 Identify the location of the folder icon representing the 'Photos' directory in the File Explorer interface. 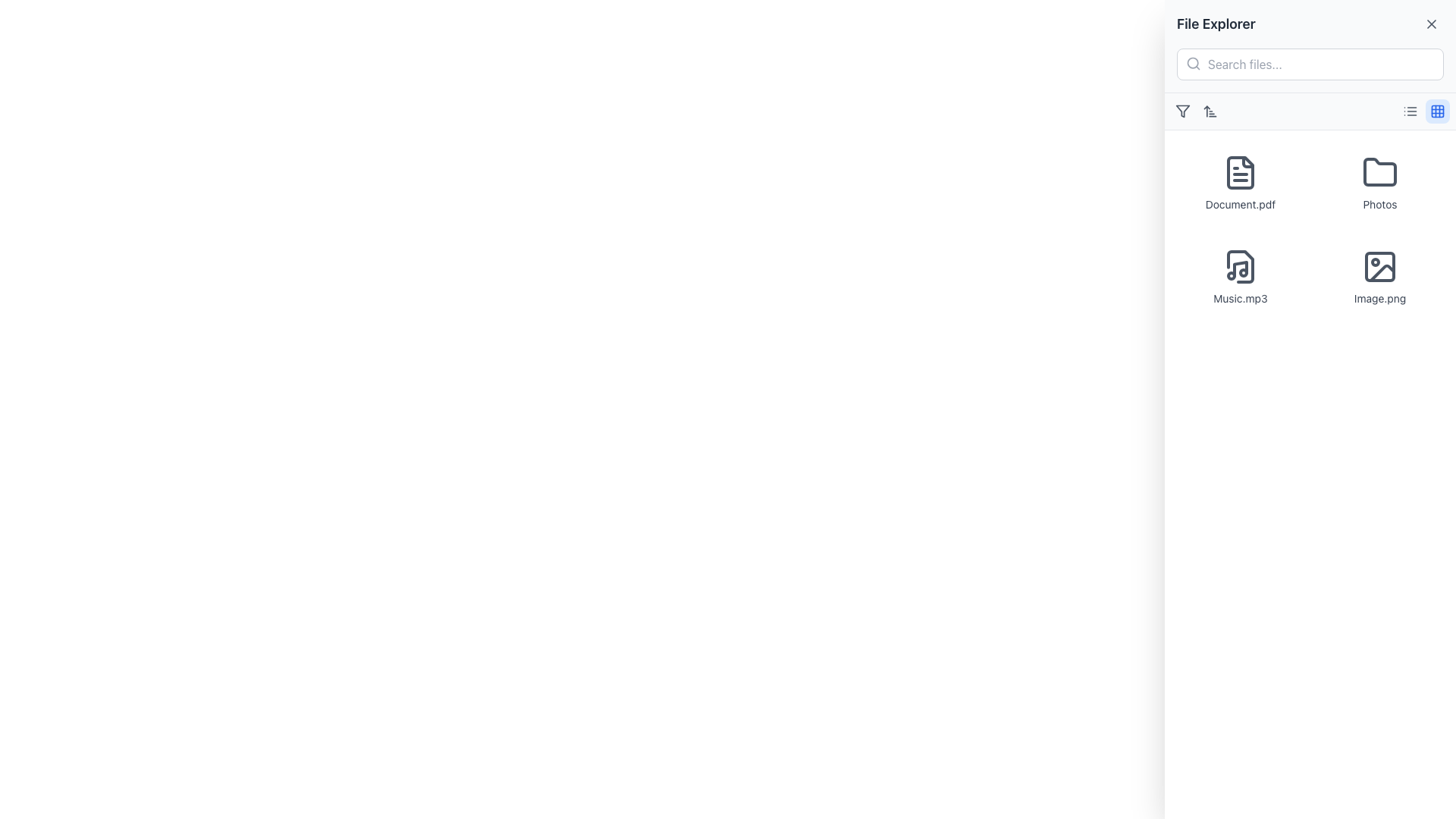
(1379, 171).